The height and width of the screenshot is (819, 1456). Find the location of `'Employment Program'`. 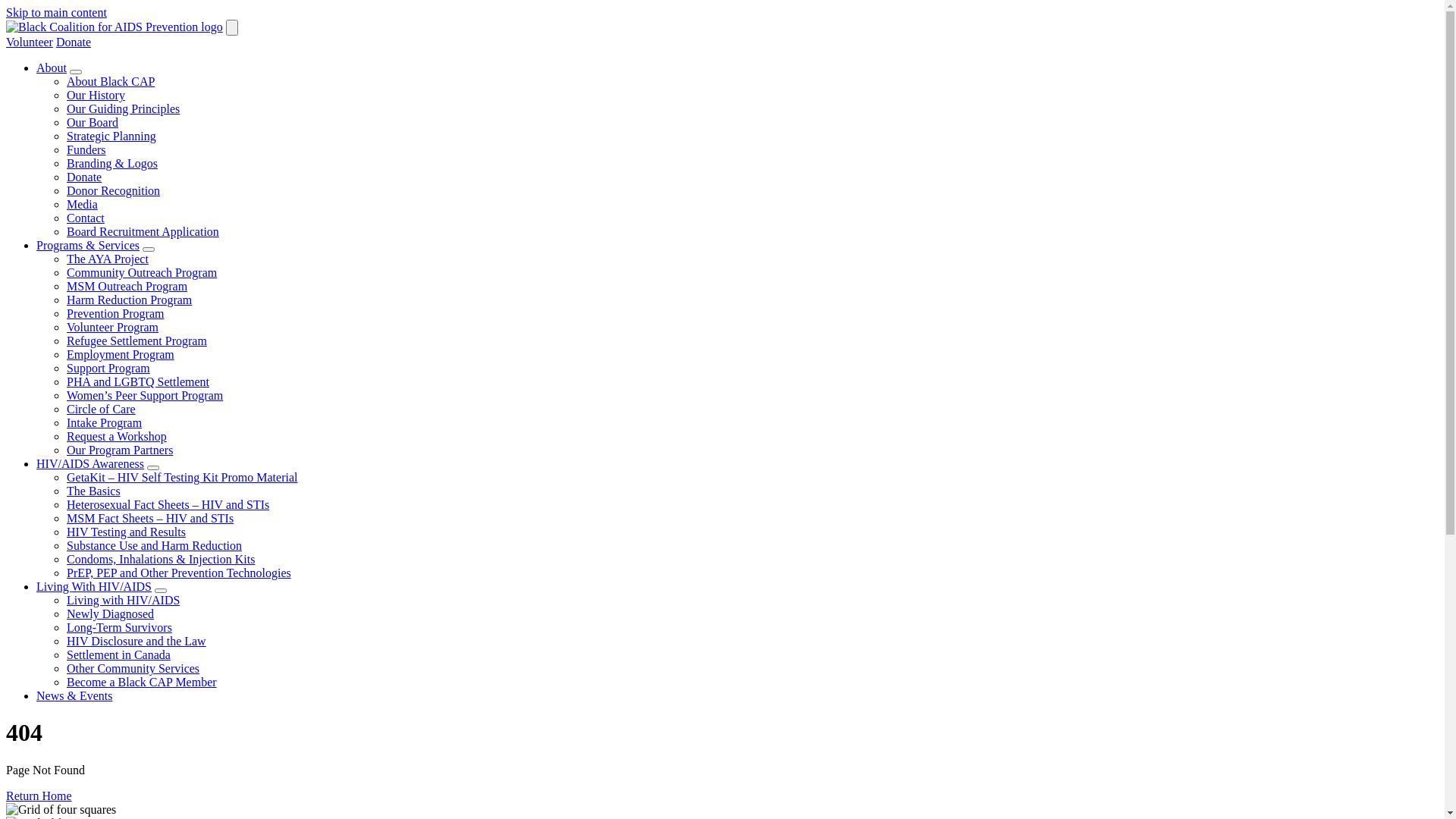

'Employment Program' is located at coordinates (119, 354).